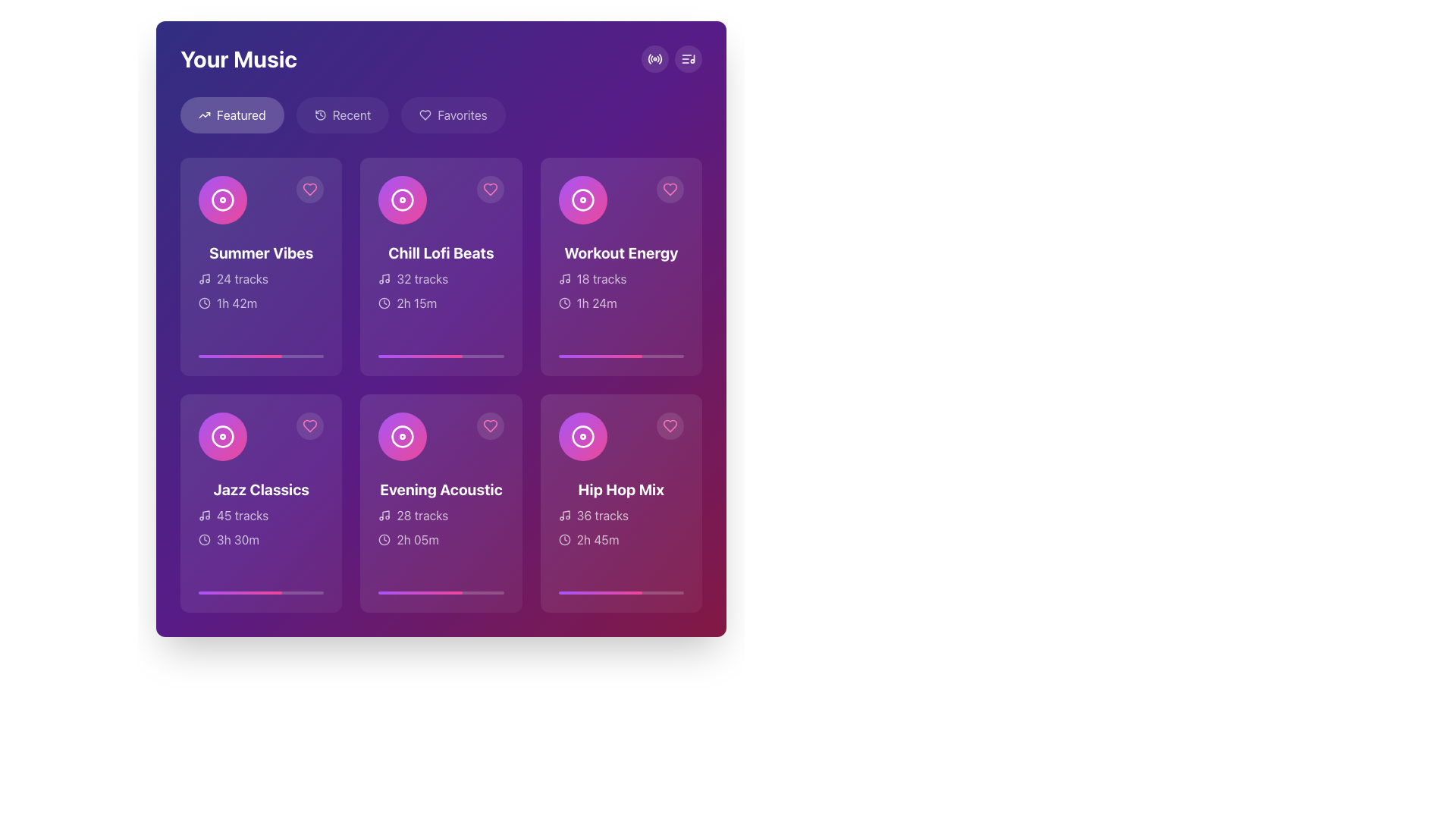  What do you see at coordinates (582, 199) in the screenshot?
I see `the circular gradient icon with a white inner circle located in the top-right section of the 'Workout Energy' card` at bounding box center [582, 199].